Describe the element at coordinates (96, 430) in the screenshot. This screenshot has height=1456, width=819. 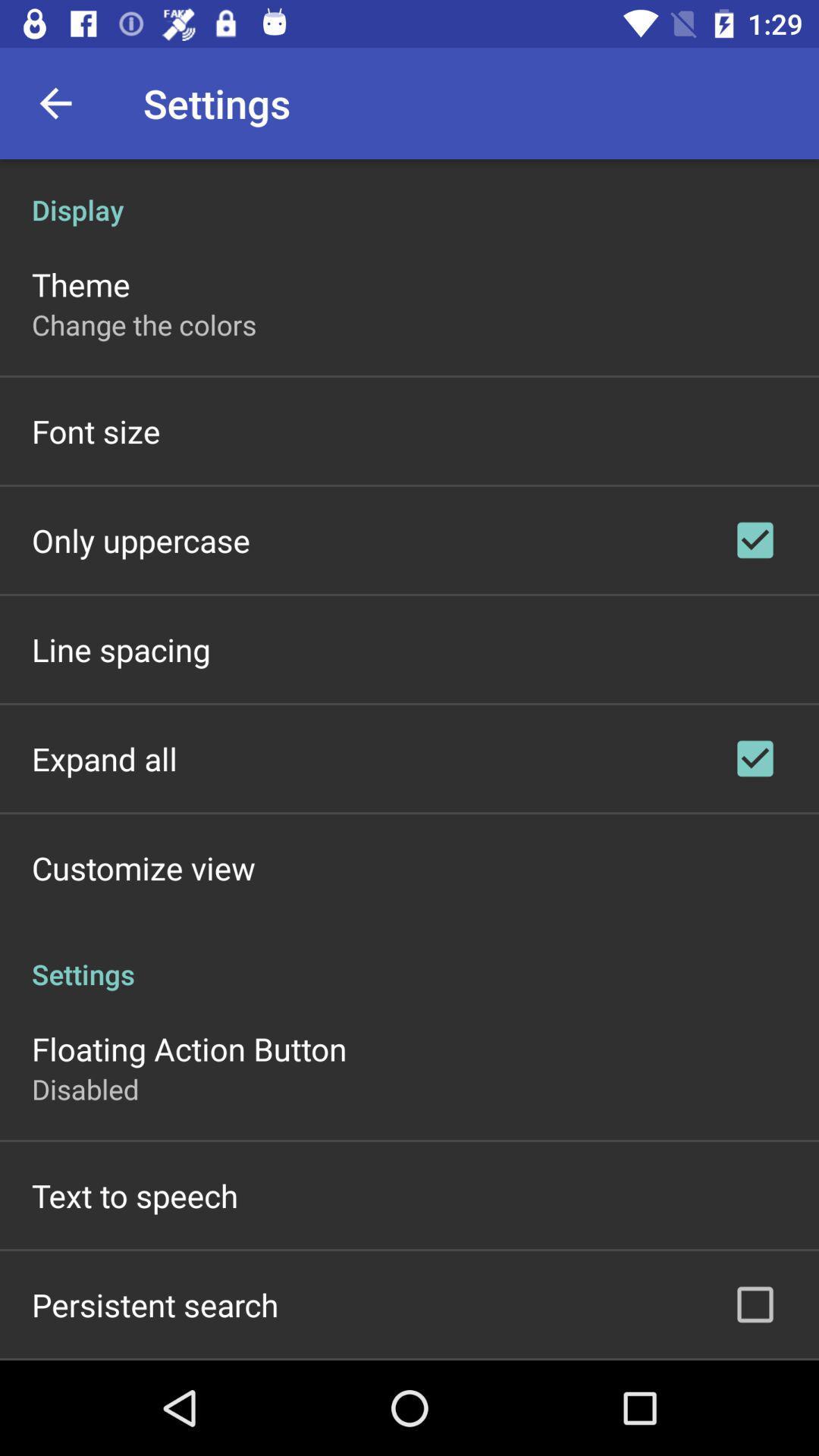
I see `the font size icon` at that location.